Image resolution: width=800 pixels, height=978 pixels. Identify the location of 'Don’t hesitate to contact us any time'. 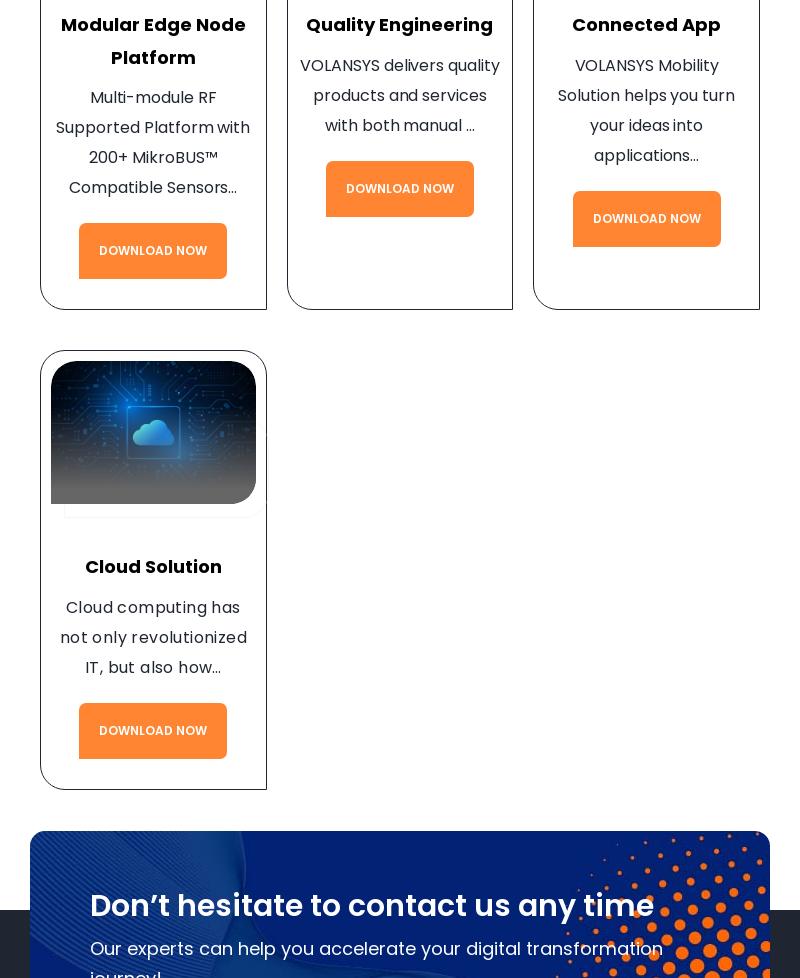
(371, 904).